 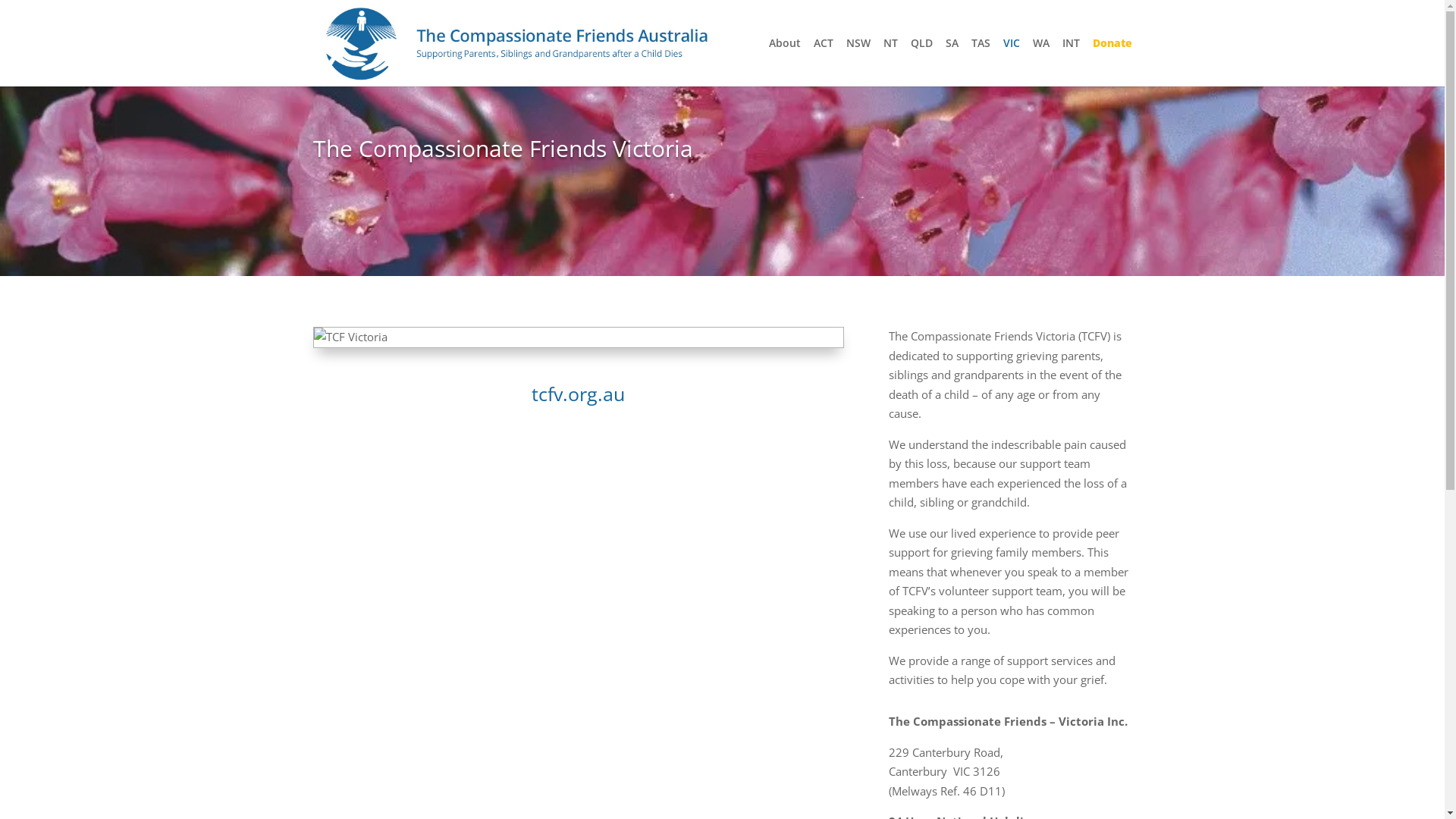 What do you see at coordinates (1011, 61) in the screenshot?
I see `'VIC'` at bounding box center [1011, 61].